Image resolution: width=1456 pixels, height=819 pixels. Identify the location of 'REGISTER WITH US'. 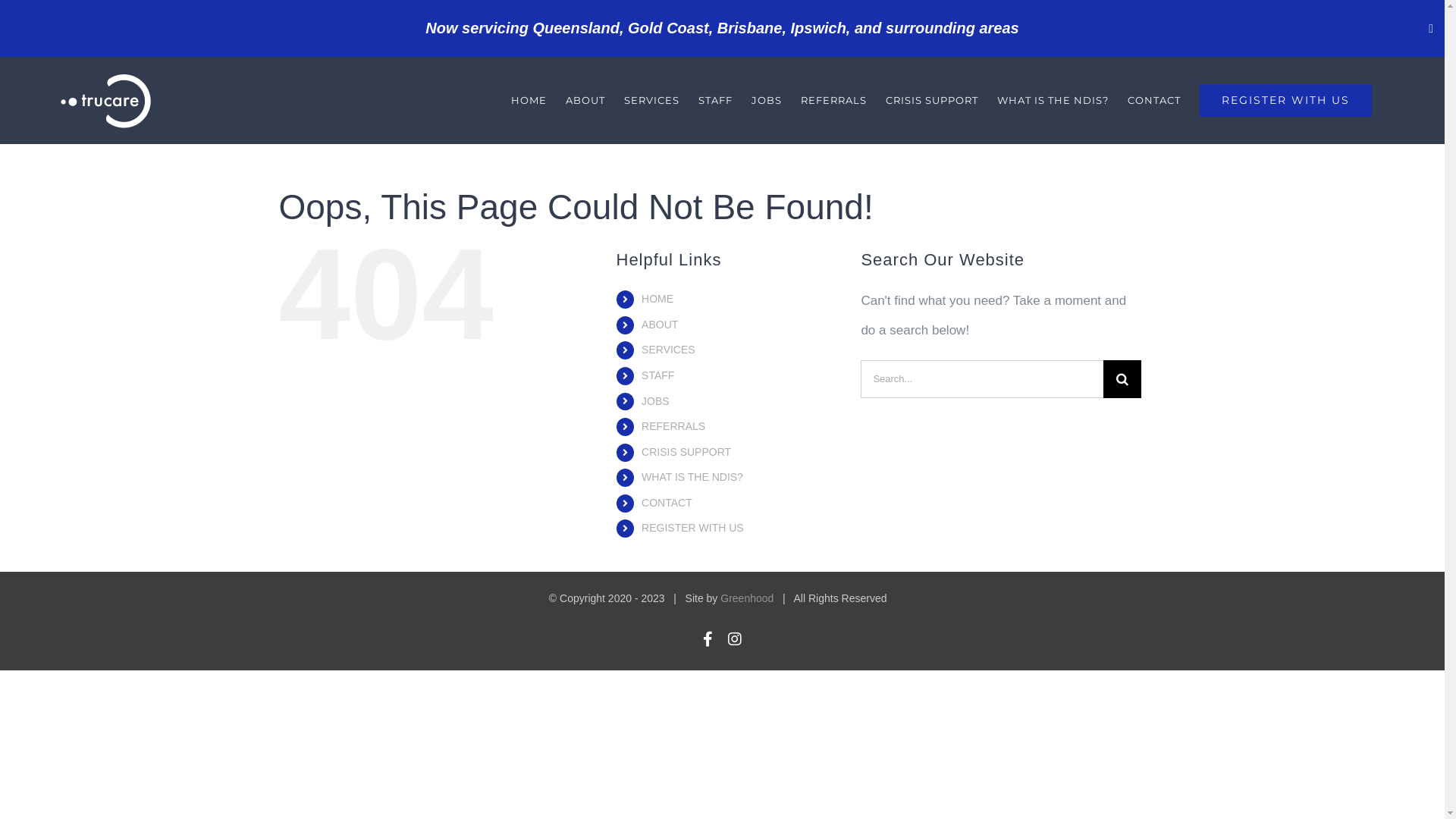
(692, 526).